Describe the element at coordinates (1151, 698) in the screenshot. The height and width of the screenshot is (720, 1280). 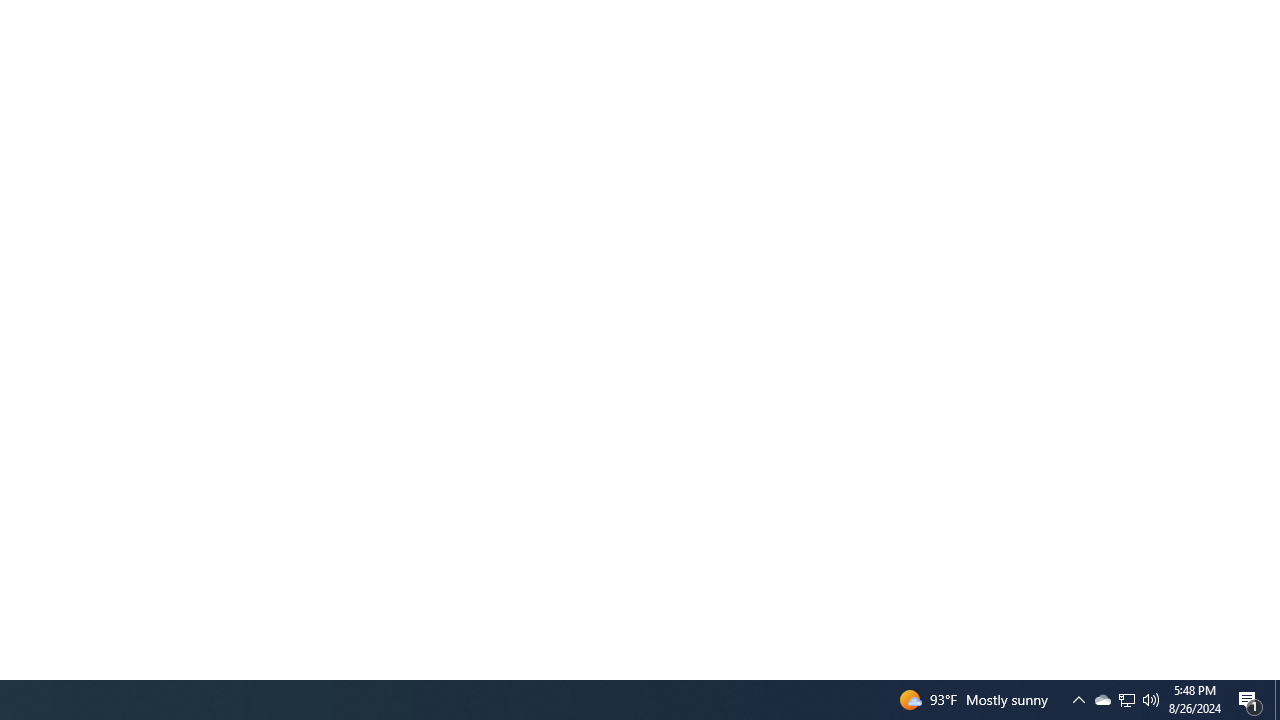
I see `'User Promoted Notification Area'` at that location.